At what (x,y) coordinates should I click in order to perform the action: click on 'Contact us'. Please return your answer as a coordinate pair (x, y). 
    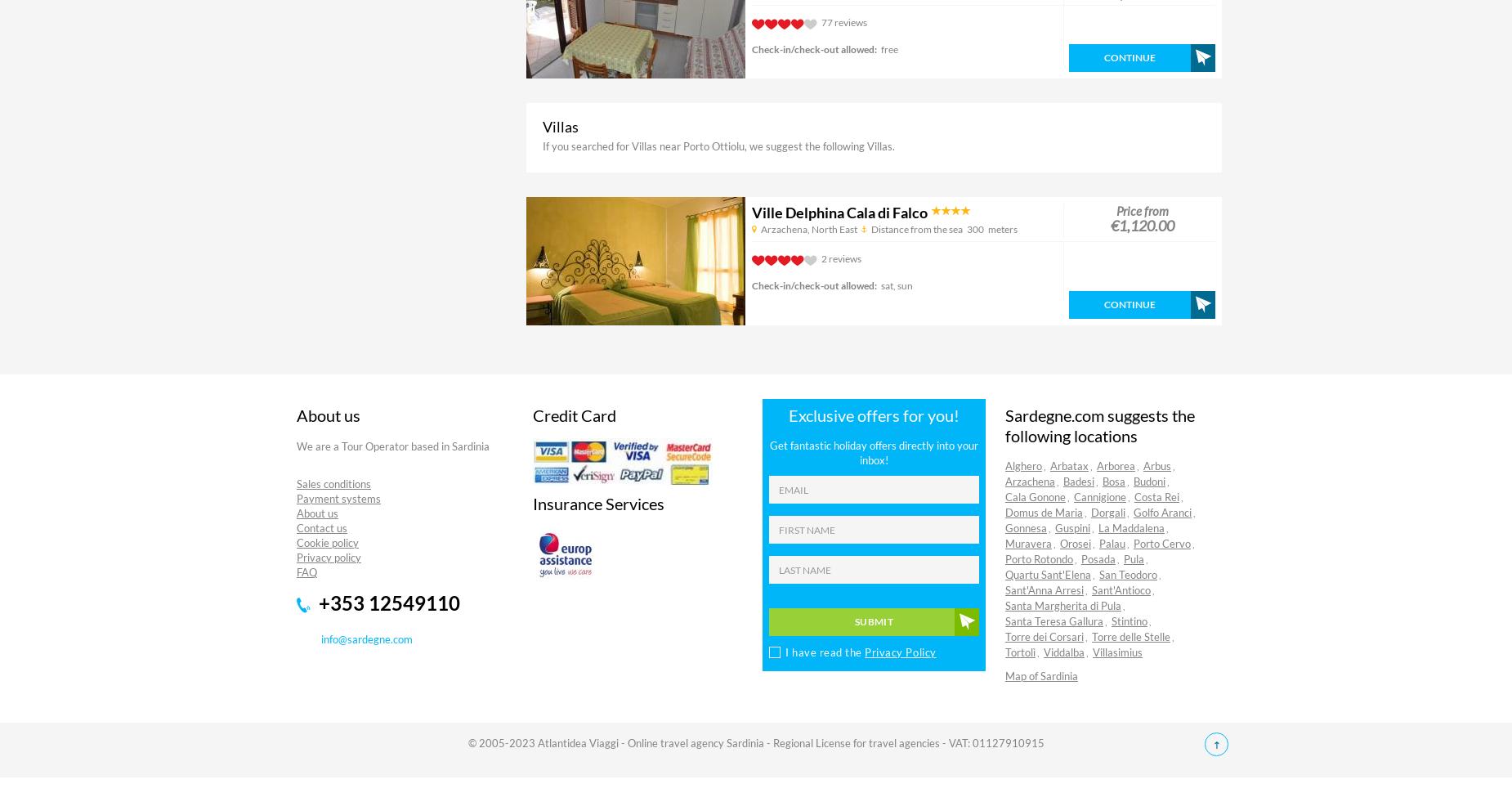
    Looking at the image, I should click on (321, 527).